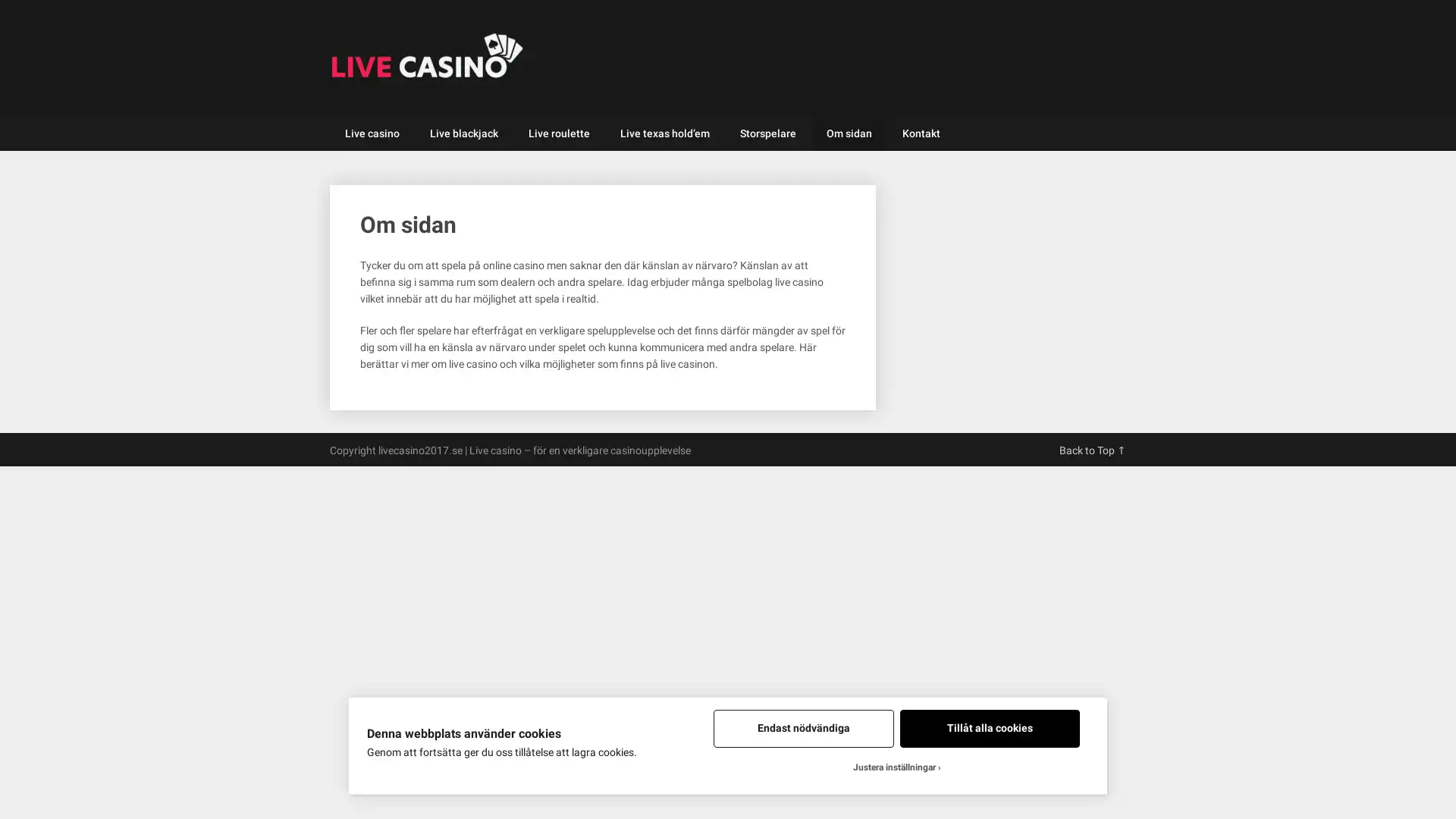 The height and width of the screenshot is (819, 1456). I want to click on Tillat alla cookies, so click(990, 727).